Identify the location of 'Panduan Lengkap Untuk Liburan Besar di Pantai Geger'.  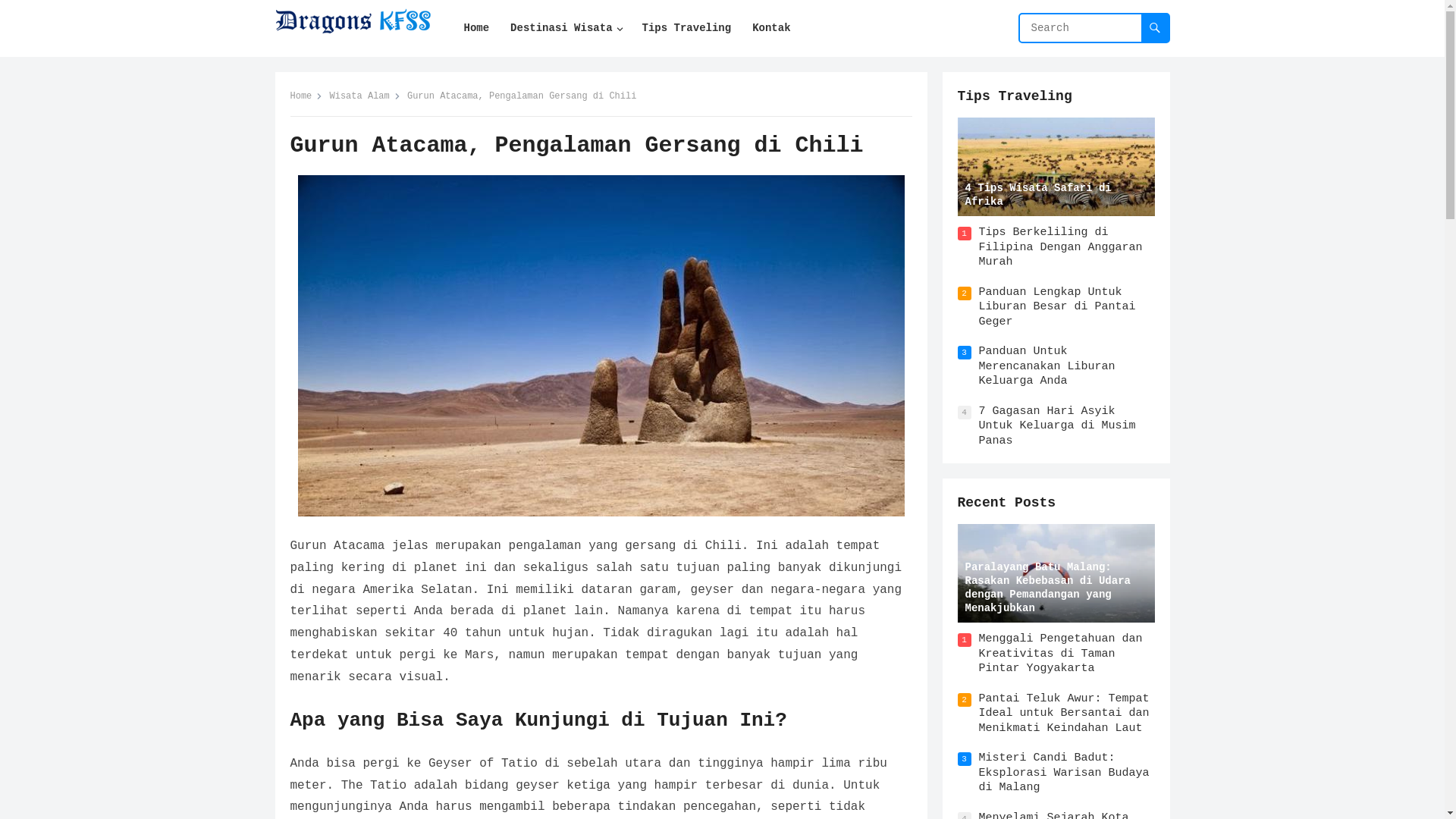
(1056, 307).